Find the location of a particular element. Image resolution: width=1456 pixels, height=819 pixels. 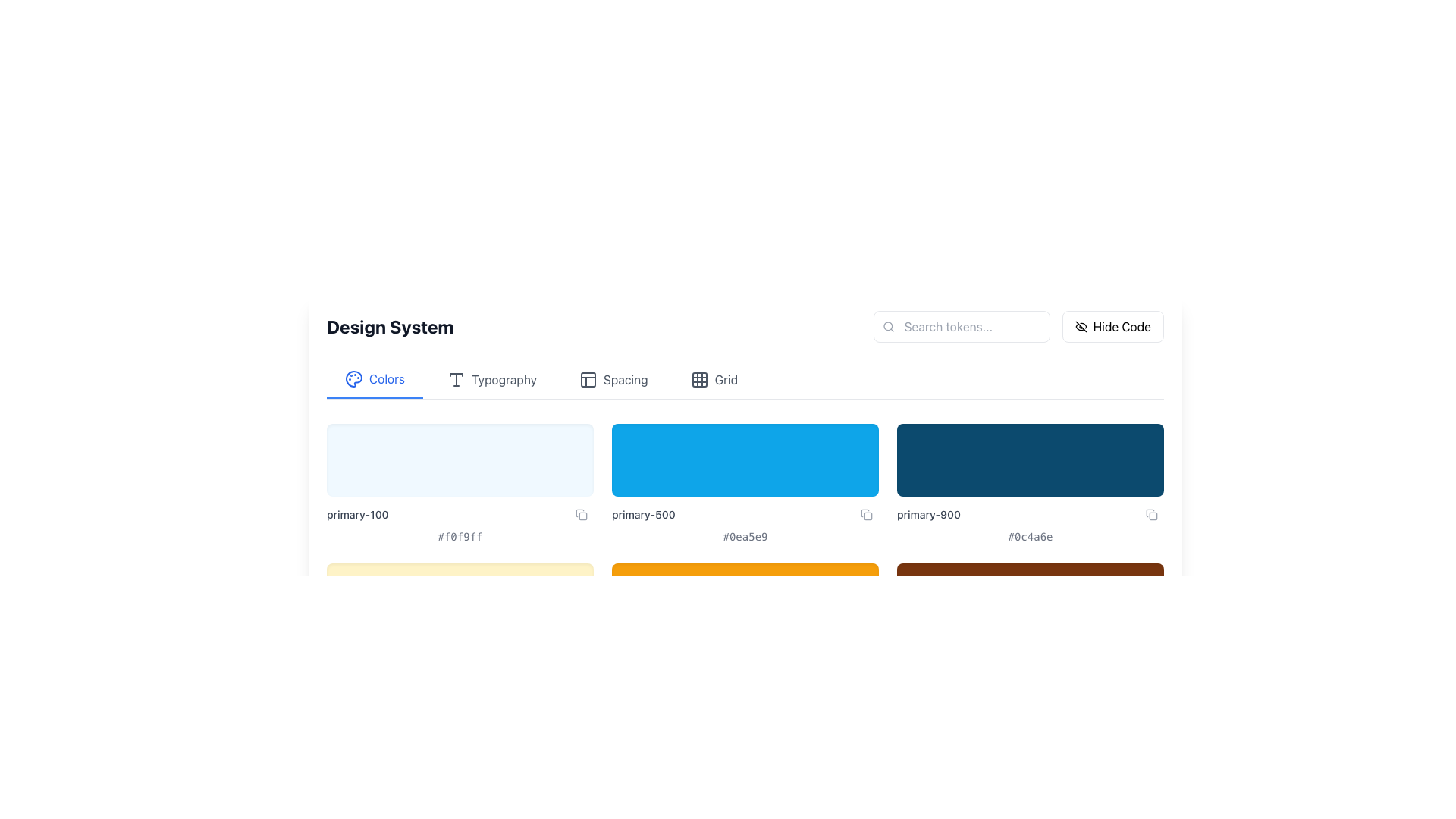

the tab in the Navigation bar located below the title 'Design System' is located at coordinates (745, 379).